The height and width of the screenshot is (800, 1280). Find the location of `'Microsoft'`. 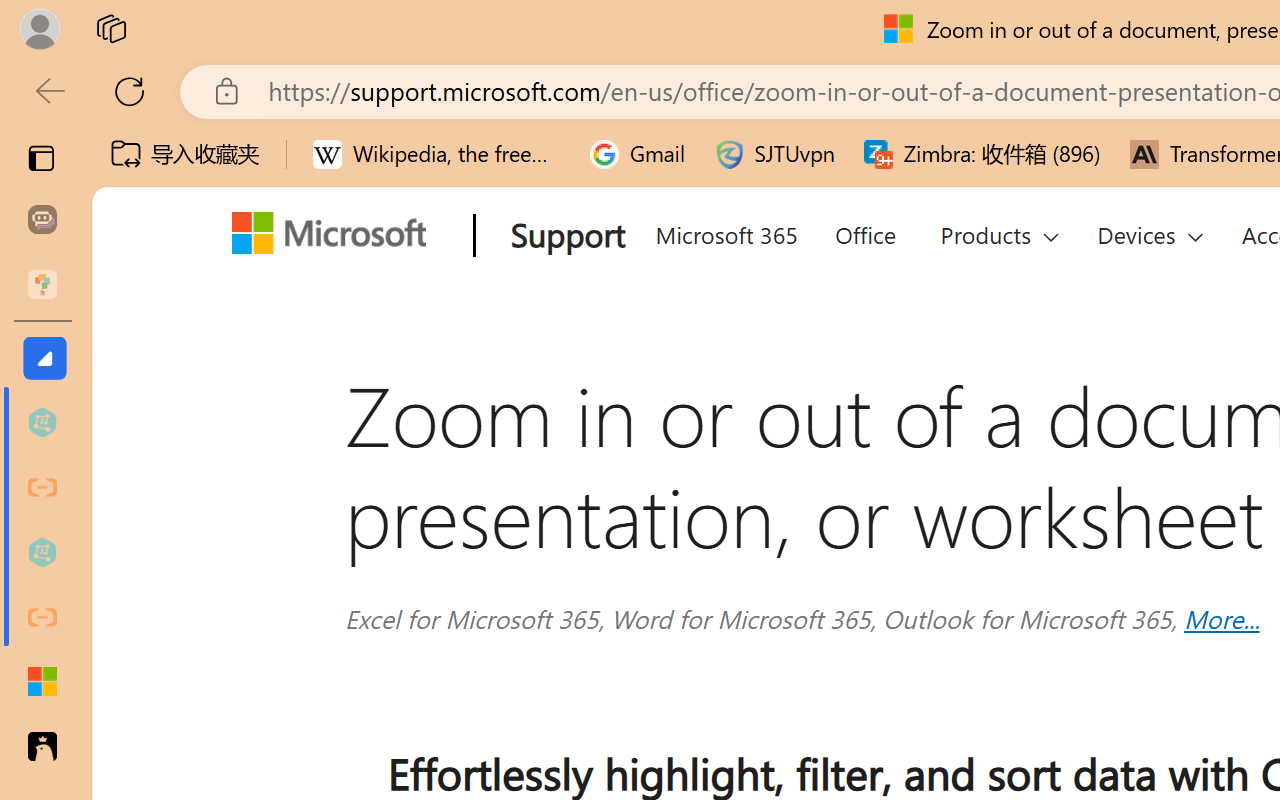

'Microsoft' is located at coordinates (336, 236).